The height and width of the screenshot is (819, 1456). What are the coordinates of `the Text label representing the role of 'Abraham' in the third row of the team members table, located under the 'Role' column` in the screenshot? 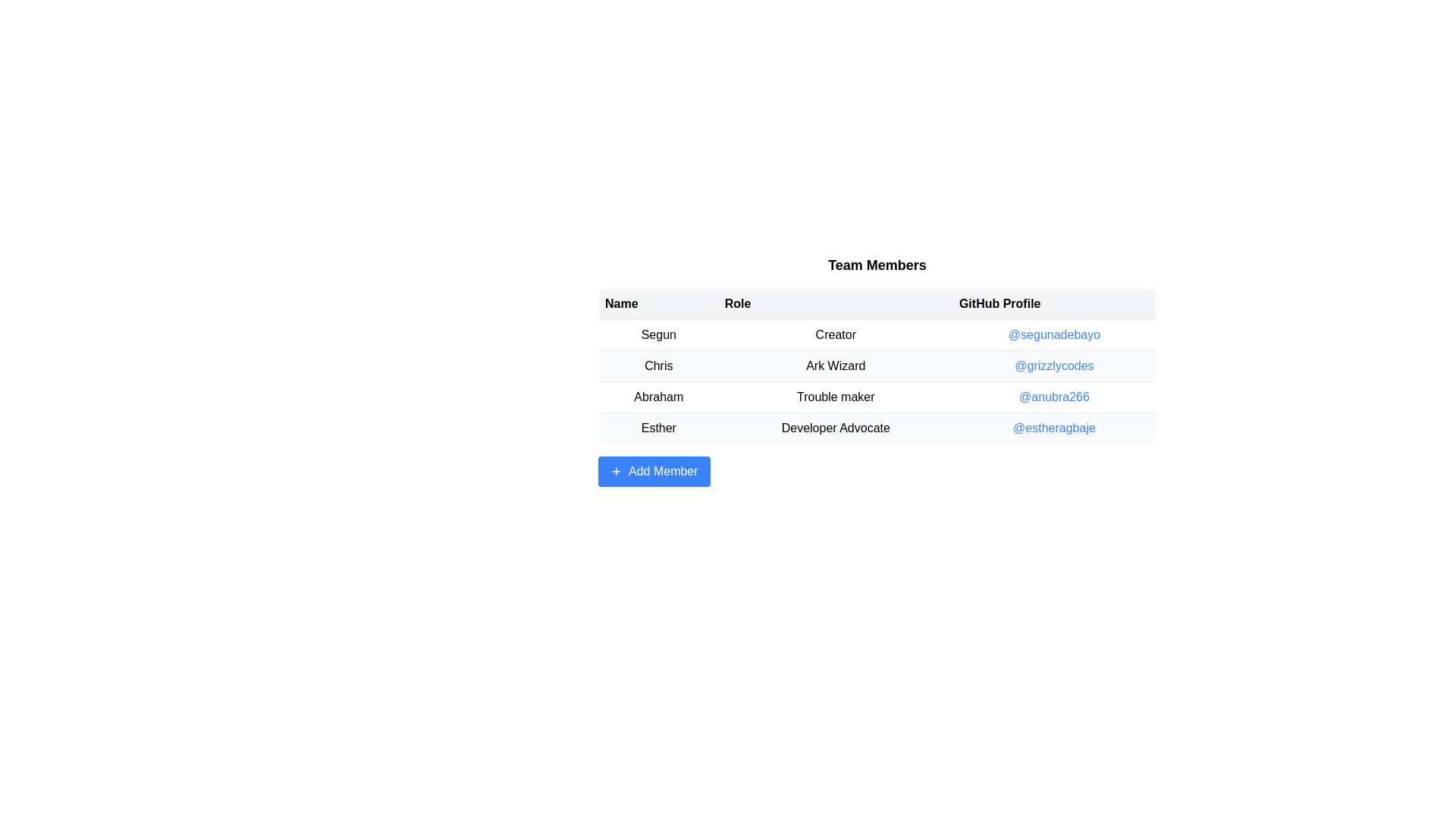 It's located at (835, 397).